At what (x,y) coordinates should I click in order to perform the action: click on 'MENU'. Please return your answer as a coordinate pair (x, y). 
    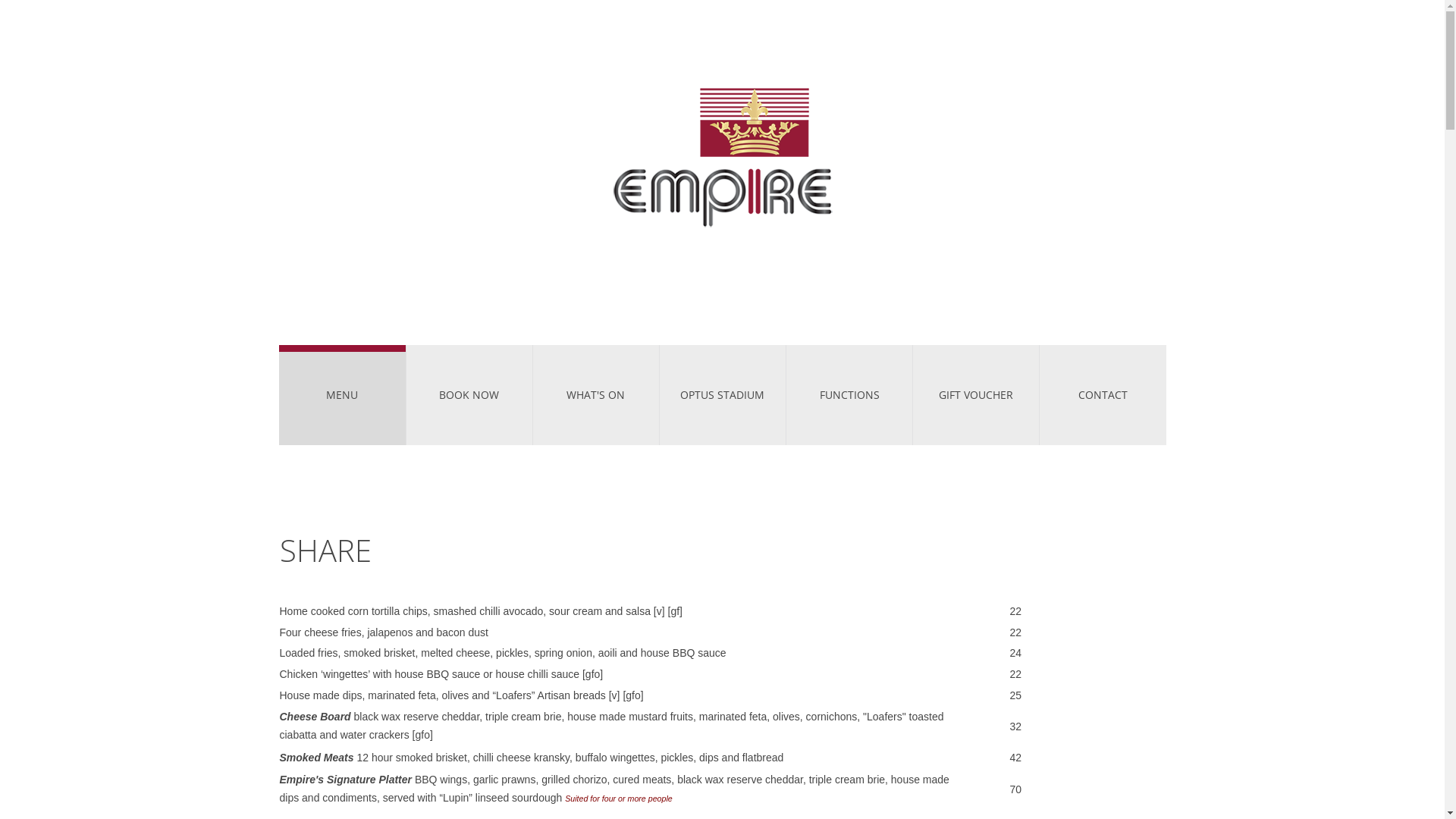
    Looking at the image, I should click on (341, 394).